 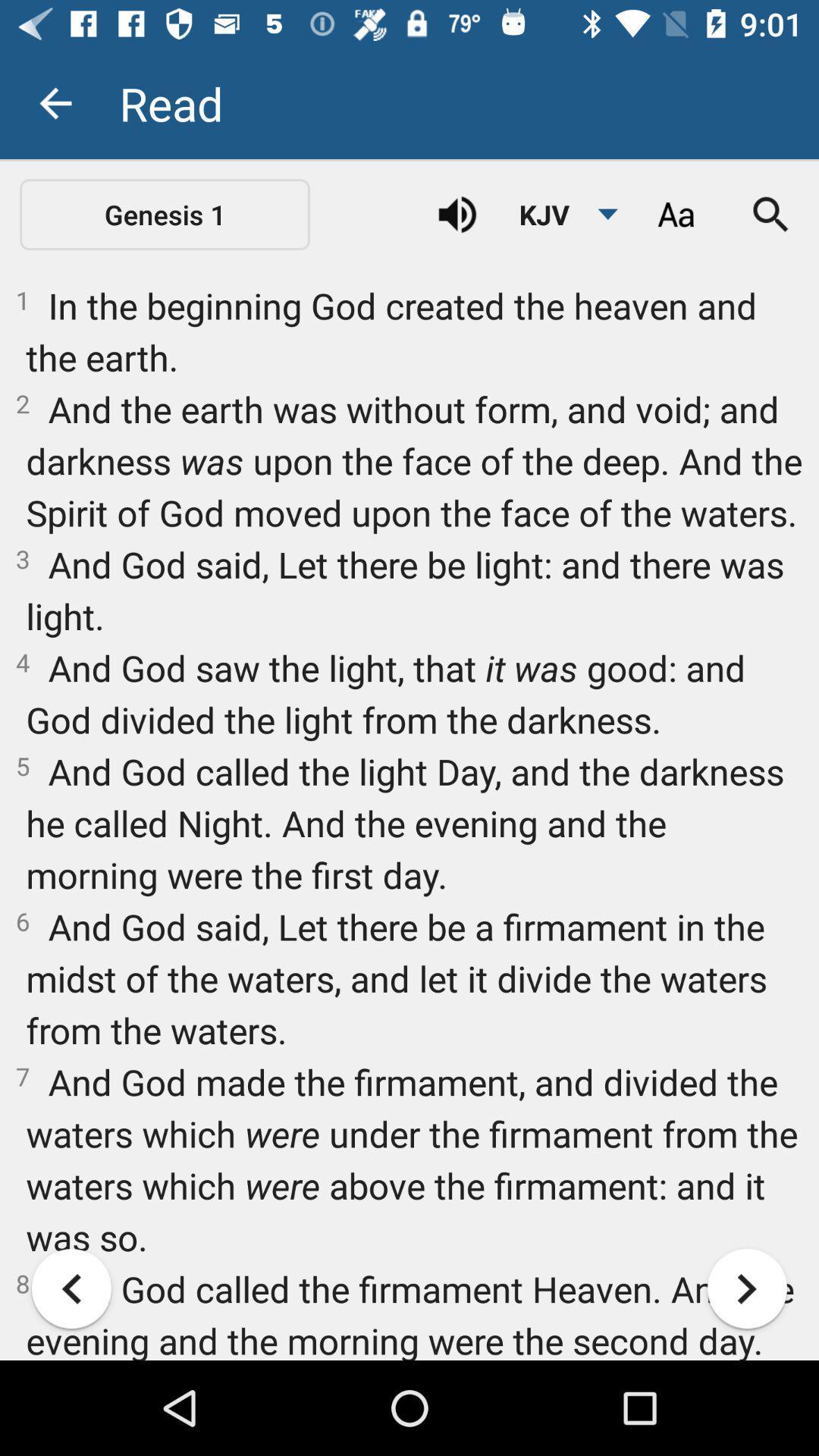 What do you see at coordinates (675, 214) in the screenshot?
I see `the font icon` at bounding box center [675, 214].